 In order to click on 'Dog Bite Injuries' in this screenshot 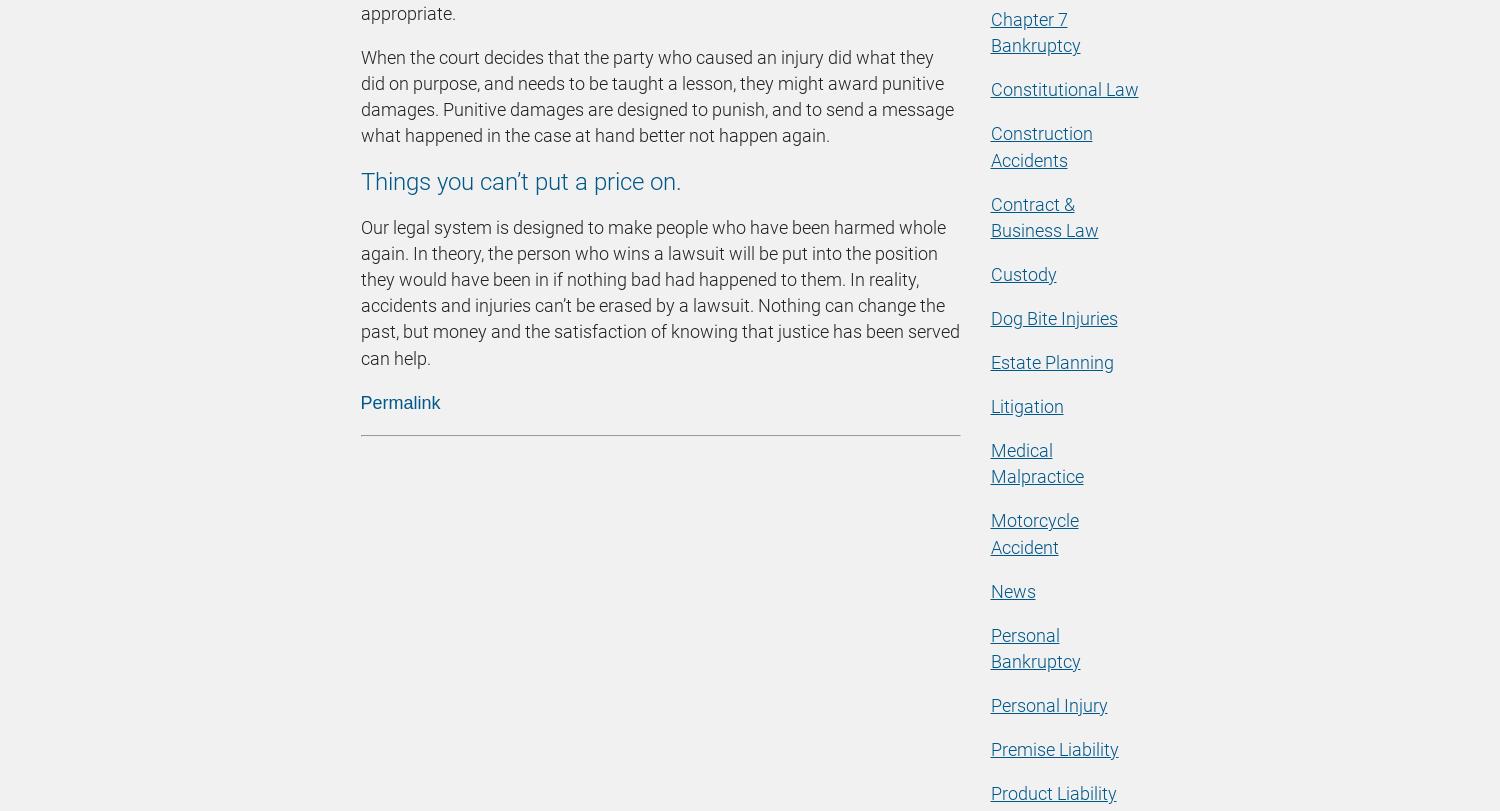, I will do `click(1053, 317)`.